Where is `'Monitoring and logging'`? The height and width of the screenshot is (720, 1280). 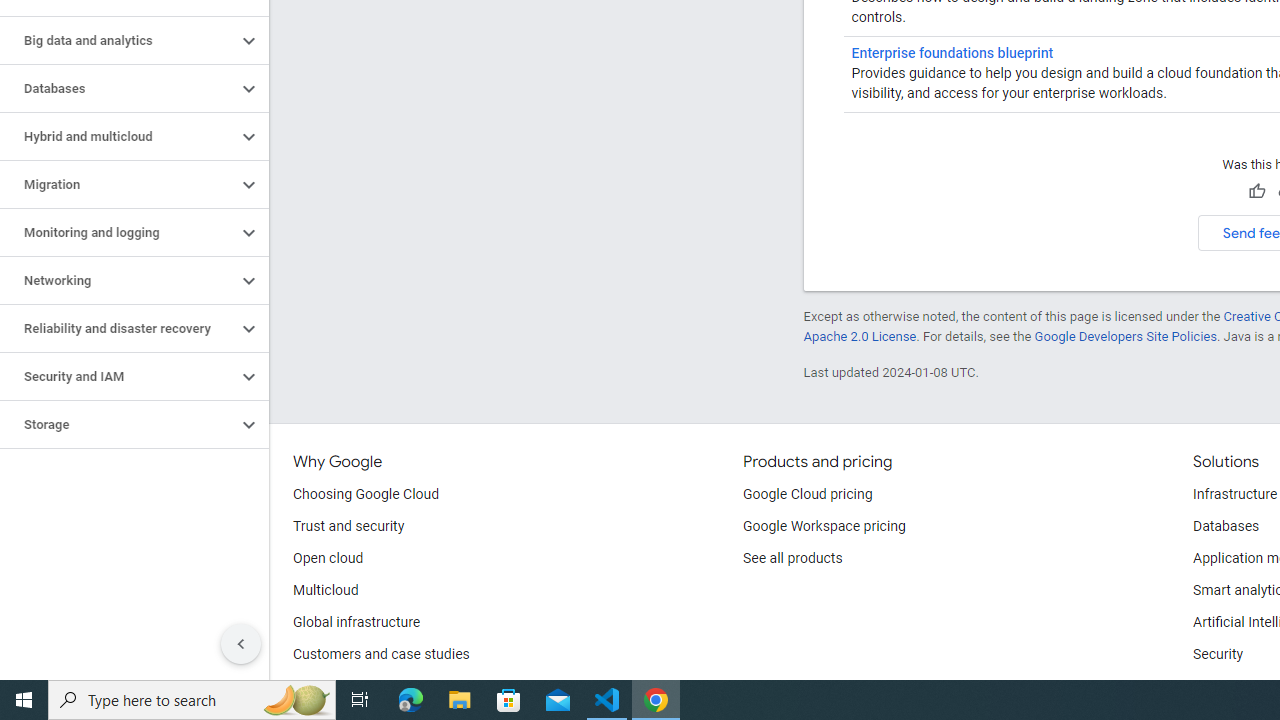
'Monitoring and logging' is located at coordinates (117, 231).